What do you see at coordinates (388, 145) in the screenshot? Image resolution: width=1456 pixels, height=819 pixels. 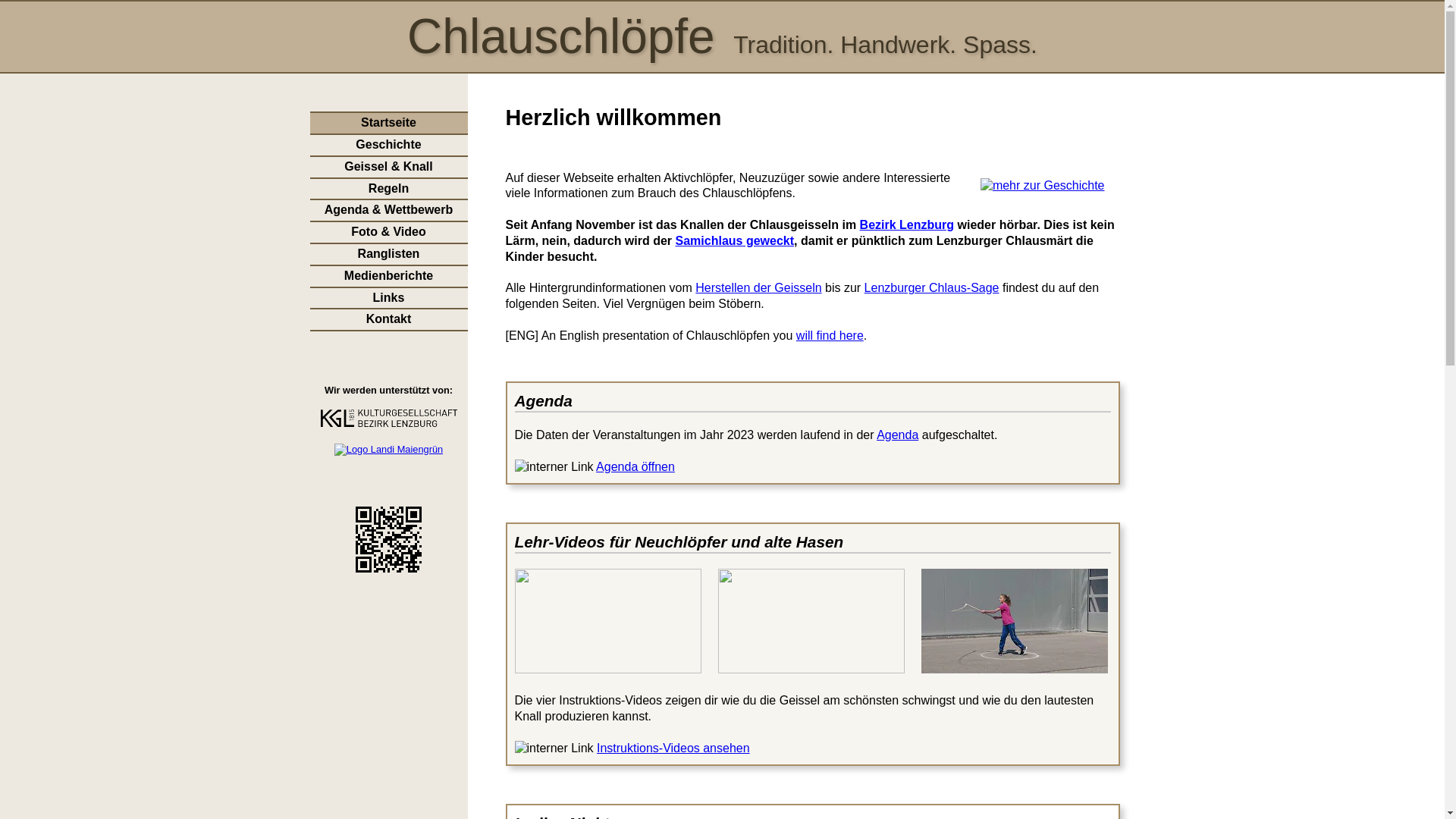 I see `'Geschichte'` at bounding box center [388, 145].